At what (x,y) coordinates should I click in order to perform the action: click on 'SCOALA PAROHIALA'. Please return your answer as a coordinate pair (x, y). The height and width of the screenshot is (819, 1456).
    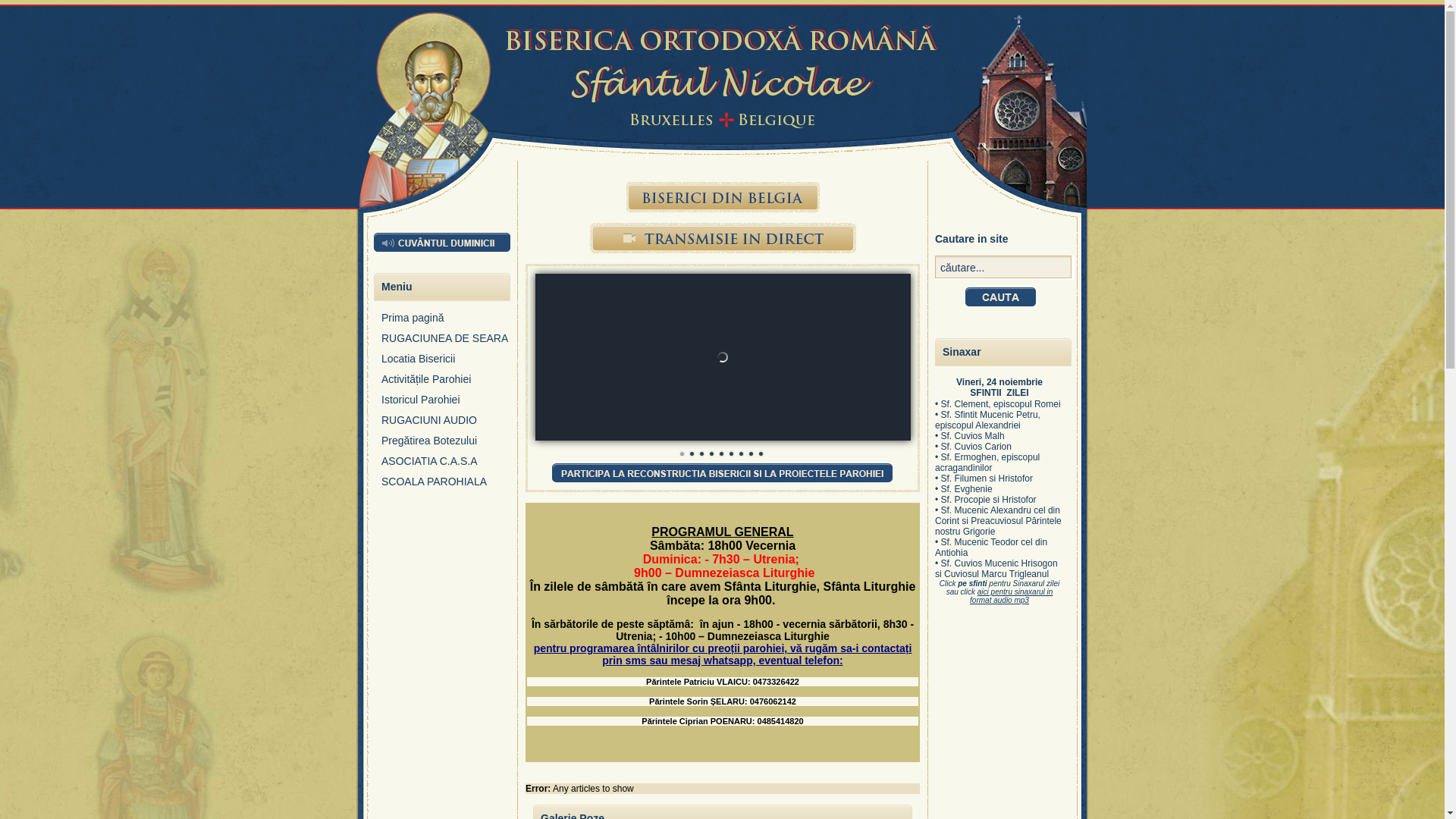
    Looking at the image, I should click on (445, 485).